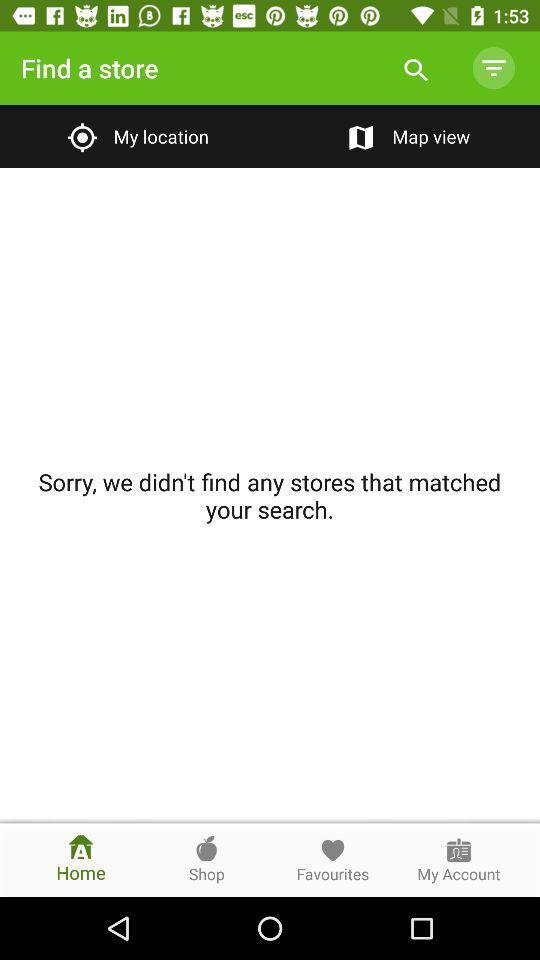 The image size is (540, 960). What do you see at coordinates (135, 135) in the screenshot?
I see `the icon next to the map view item` at bounding box center [135, 135].